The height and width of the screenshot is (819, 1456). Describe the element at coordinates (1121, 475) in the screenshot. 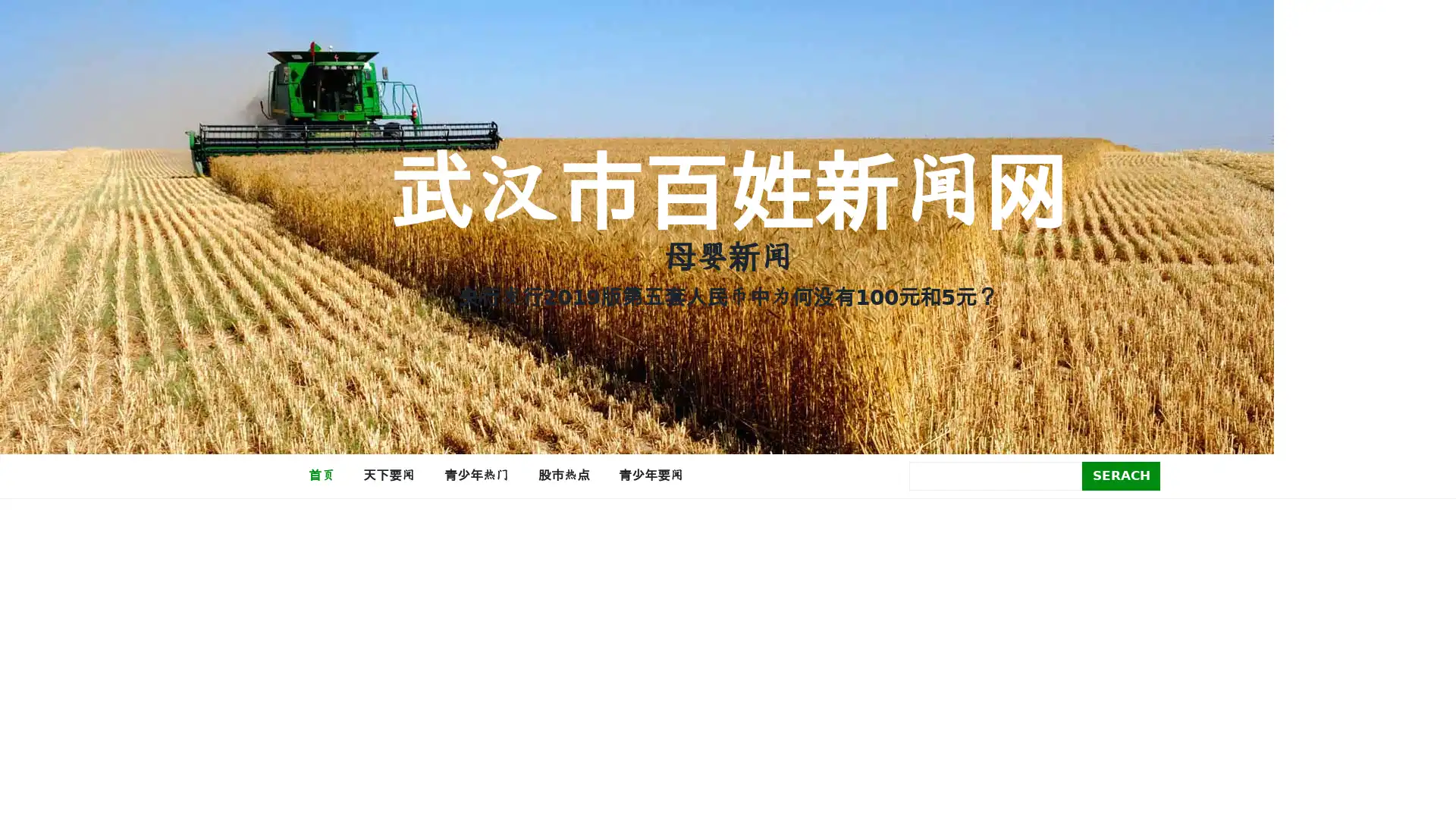

I see `serach` at that location.